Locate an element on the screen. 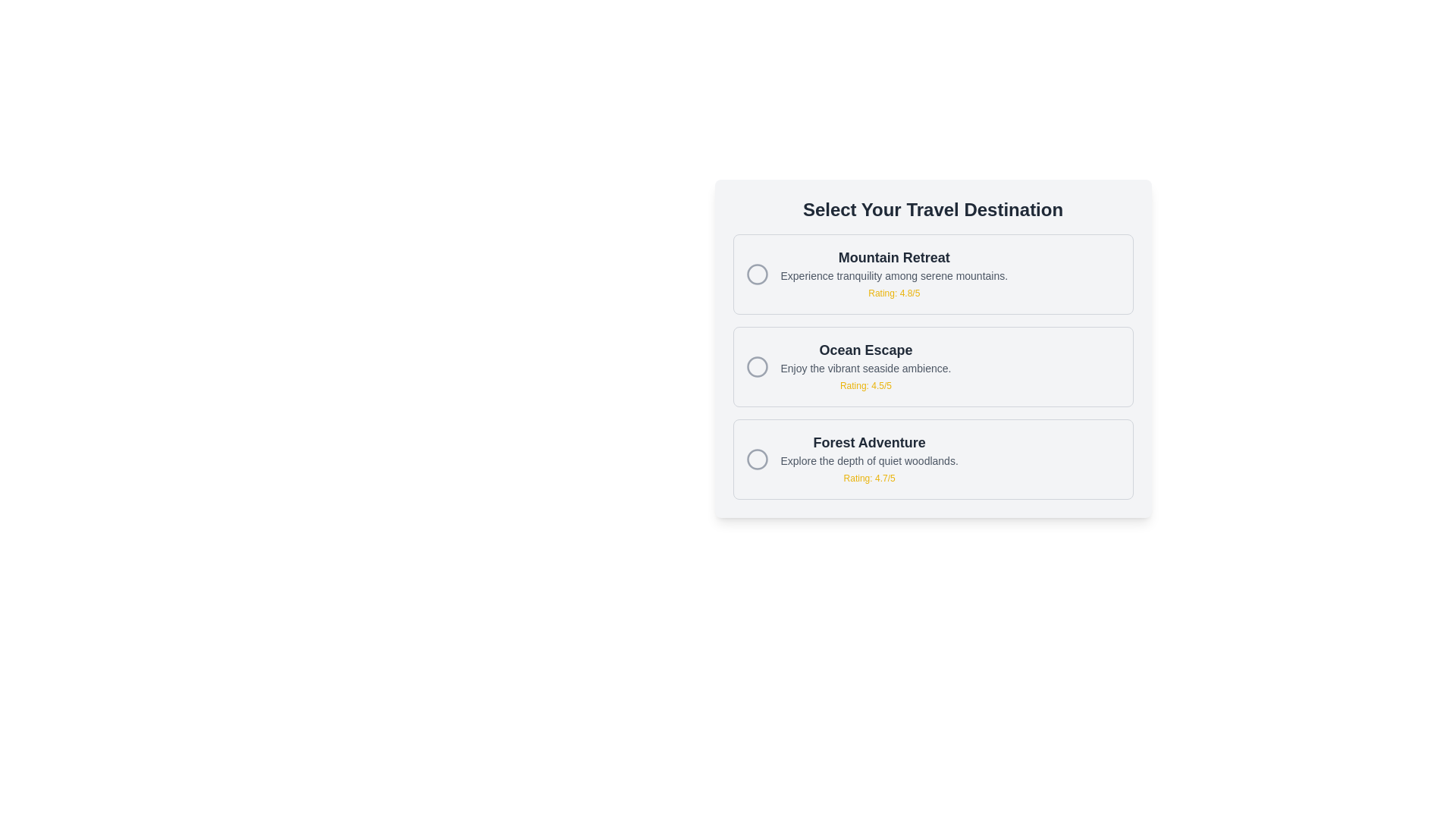  the text label that serves as the title of the second travel option, which provides the name of the destination above the description 'Enjoy the vibrant seaside ambience.' and is associated with the rating '4.5/5' is located at coordinates (866, 350).